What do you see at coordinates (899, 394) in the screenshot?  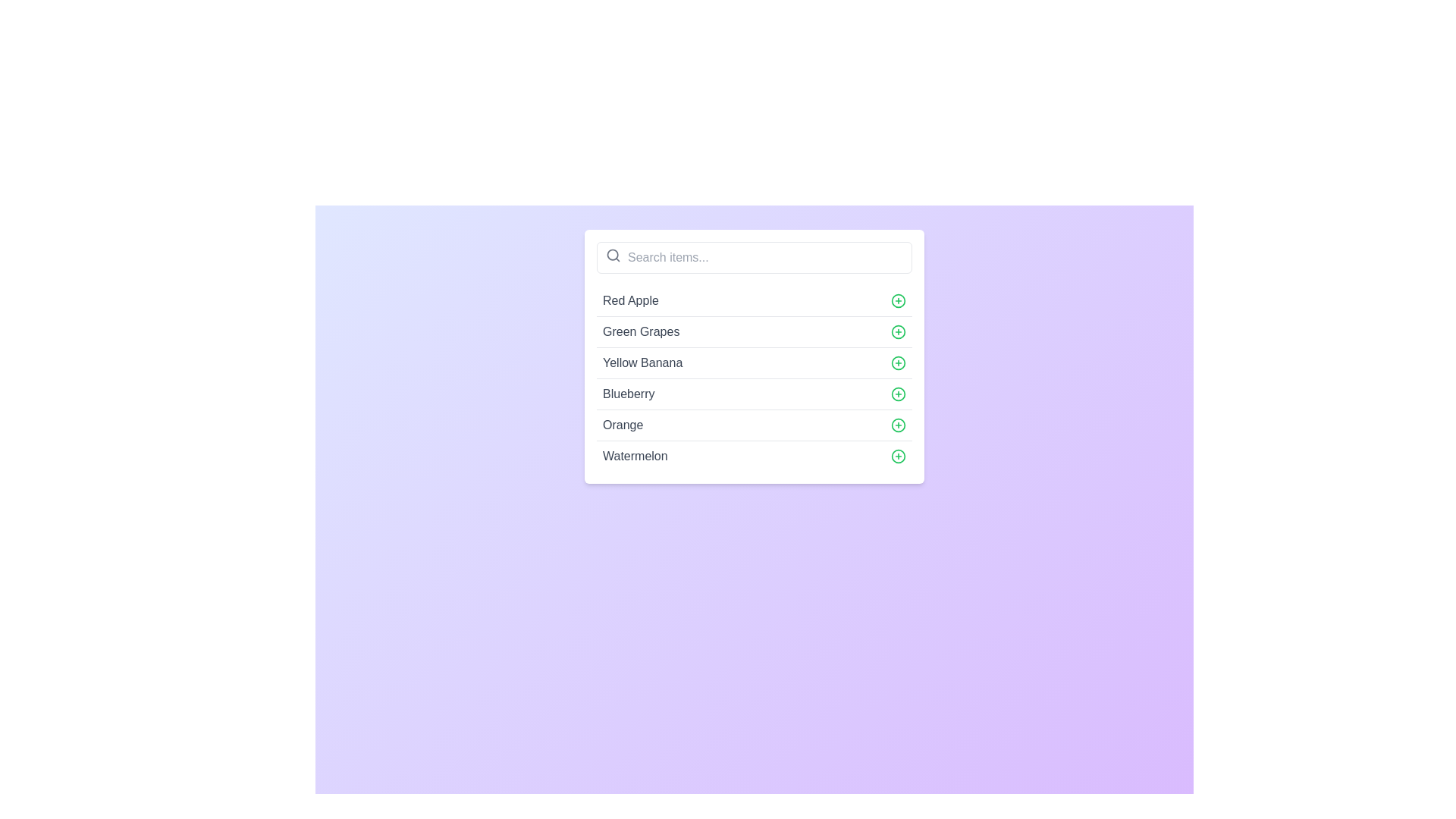 I see `the green circular '+' button located next to the text 'Blueberry'` at bounding box center [899, 394].